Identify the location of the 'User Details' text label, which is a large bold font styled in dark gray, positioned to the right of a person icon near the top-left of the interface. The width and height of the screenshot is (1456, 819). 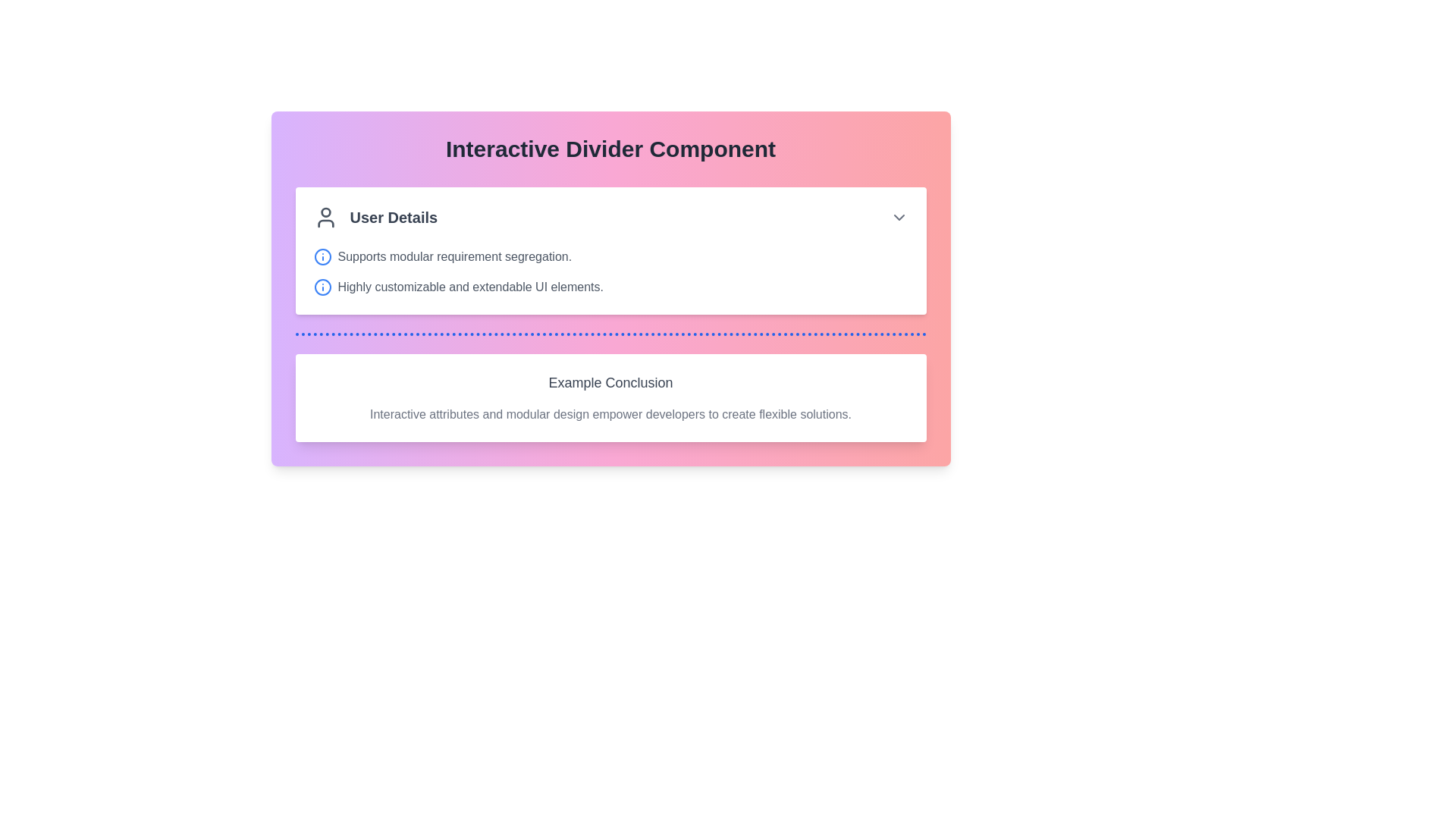
(394, 217).